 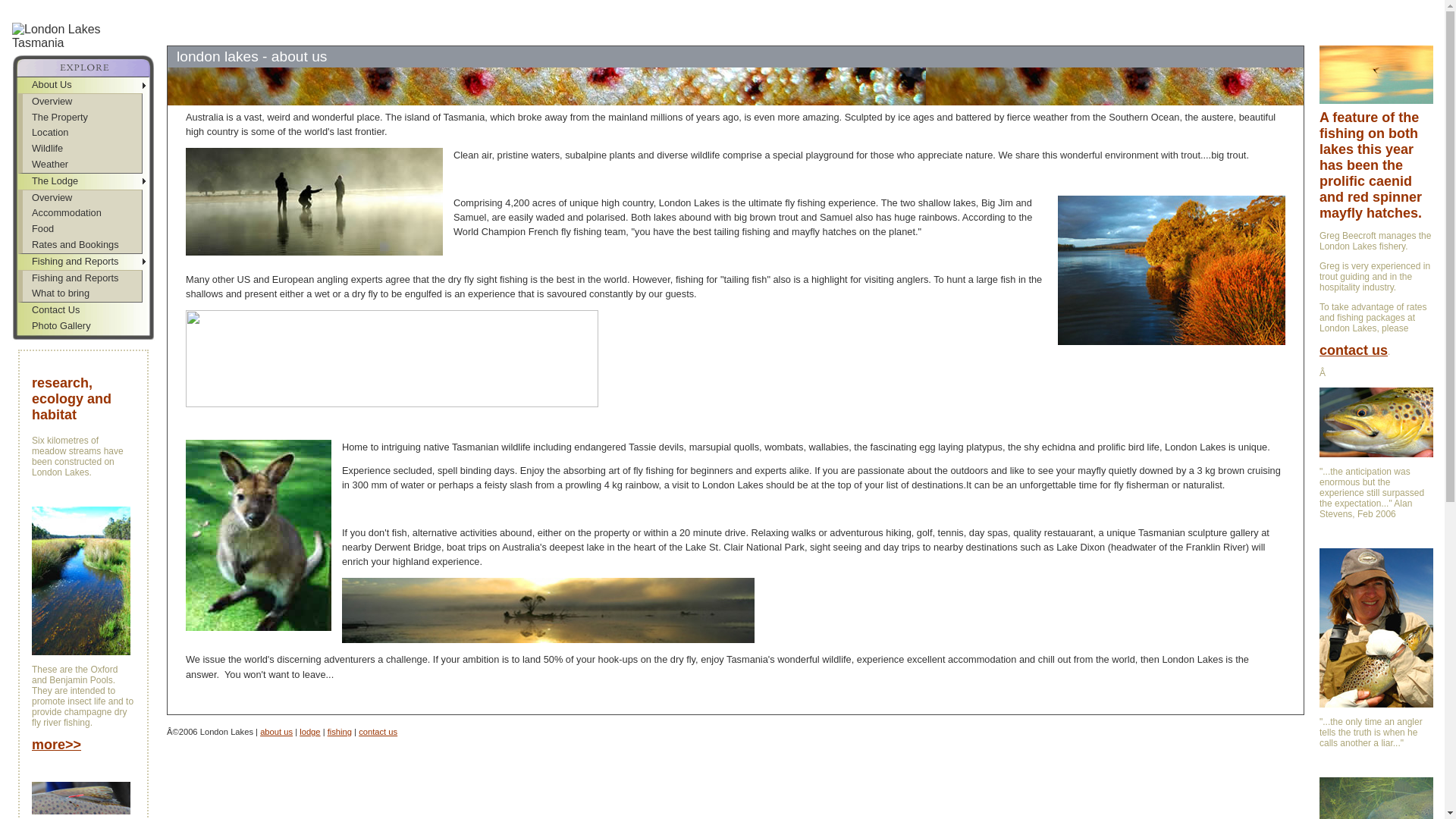 I want to click on 'contact us', so click(x=1354, y=351).